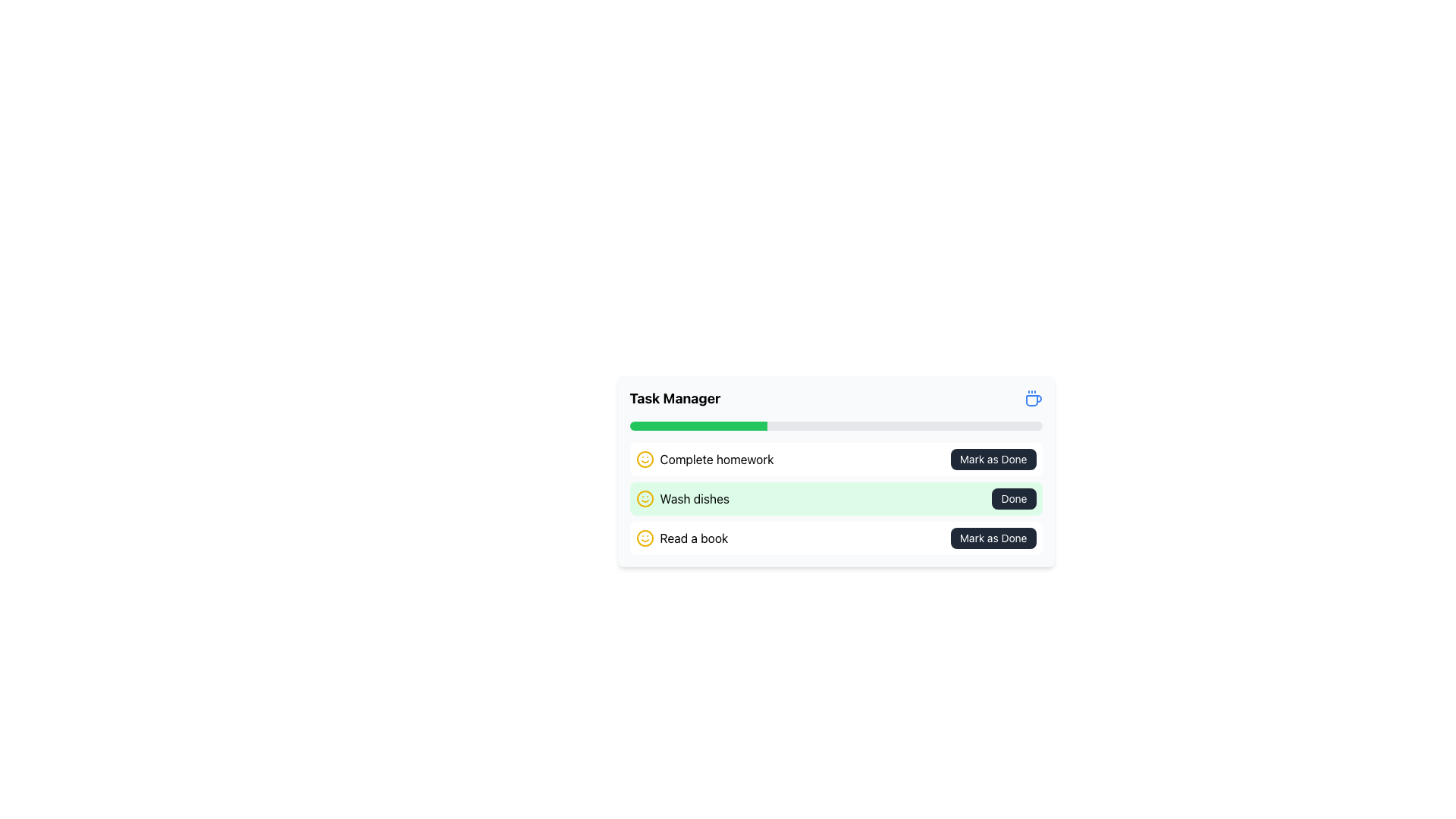 This screenshot has height=819, width=1456. What do you see at coordinates (835, 499) in the screenshot?
I see `the 'Done' button of the completed task 'Wash dishes' in the task management interface to trigger a highlight effect` at bounding box center [835, 499].